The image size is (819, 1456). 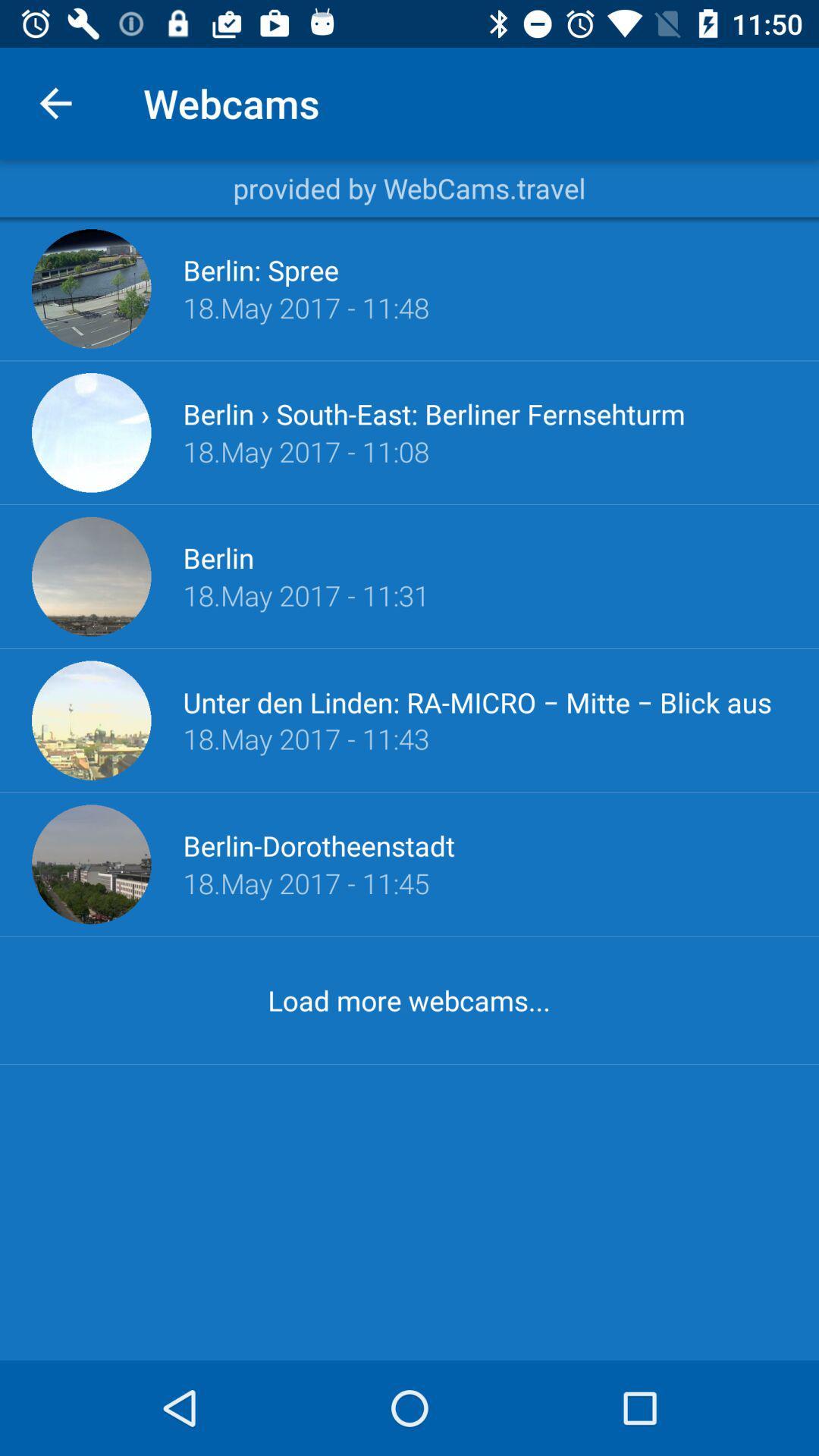 What do you see at coordinates (408, 1000) in the screenshot?
I see `the icon below the 18 may 2017` at bounding box center [408, 1000].